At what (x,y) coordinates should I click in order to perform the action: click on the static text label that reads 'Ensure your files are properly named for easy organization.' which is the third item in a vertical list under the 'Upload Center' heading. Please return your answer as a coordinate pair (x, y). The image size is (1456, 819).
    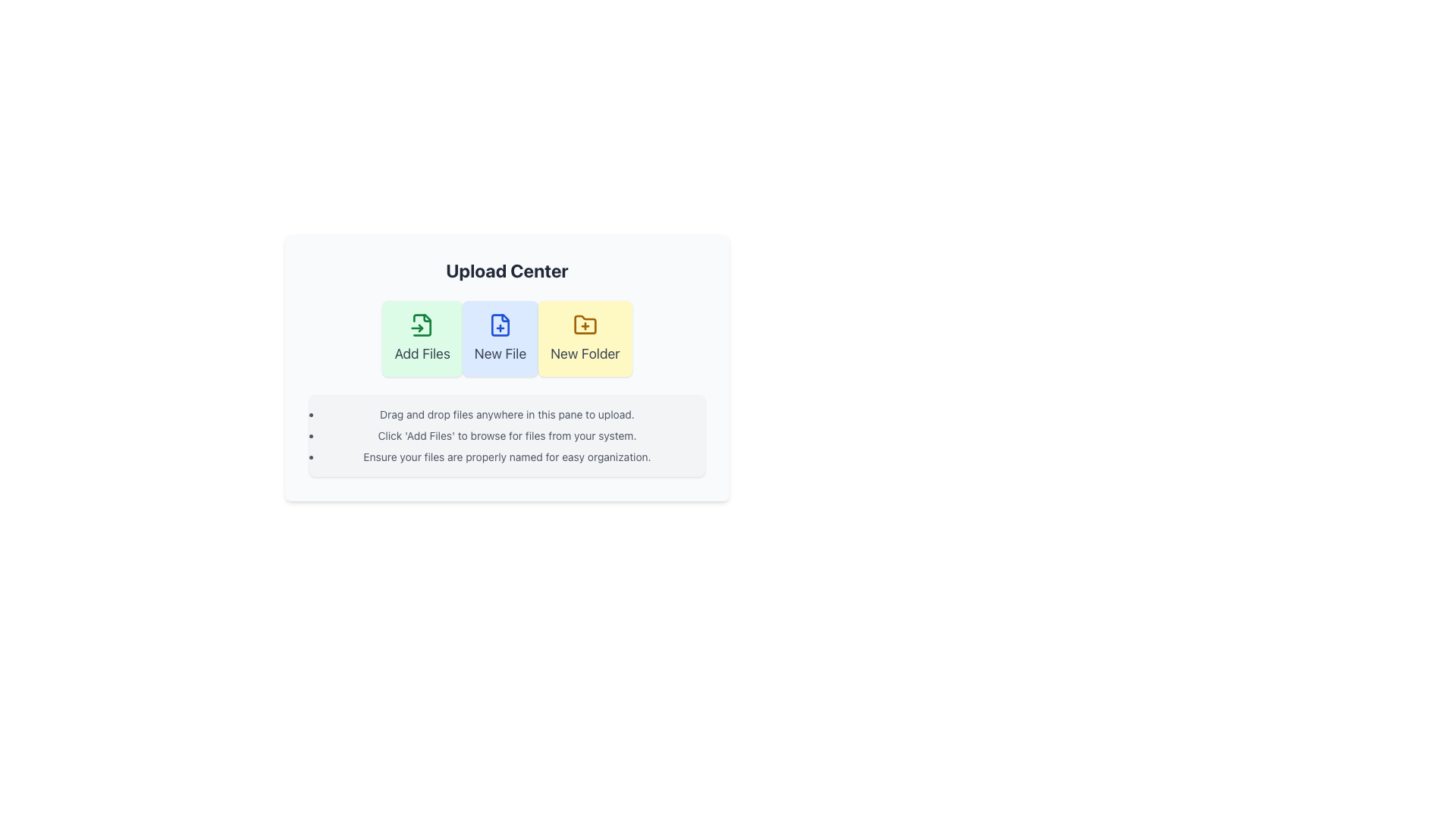
    Looking at the image, I should click on (507, 456).